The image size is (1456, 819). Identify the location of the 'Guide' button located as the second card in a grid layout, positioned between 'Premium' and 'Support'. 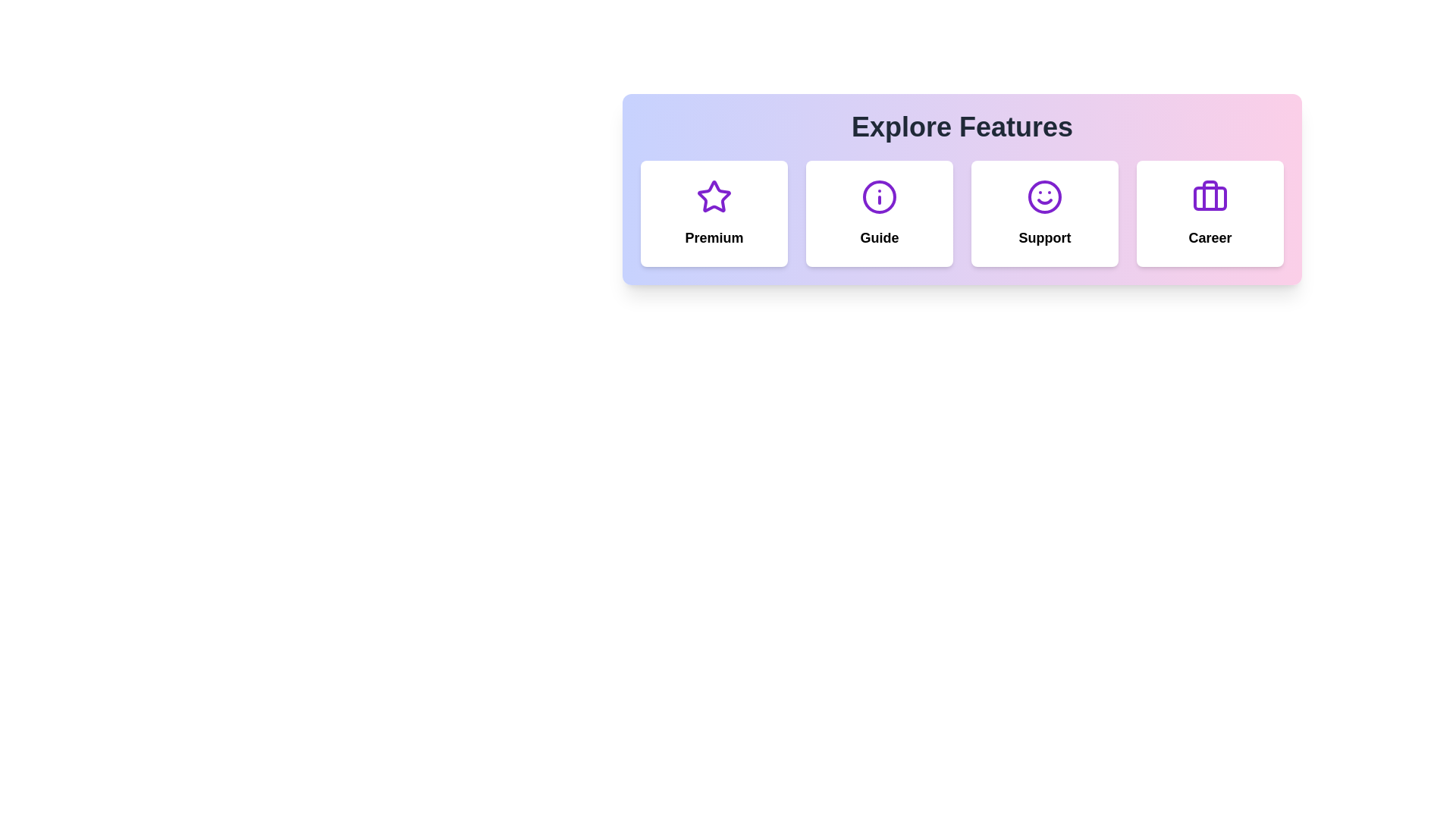
(880, 213).